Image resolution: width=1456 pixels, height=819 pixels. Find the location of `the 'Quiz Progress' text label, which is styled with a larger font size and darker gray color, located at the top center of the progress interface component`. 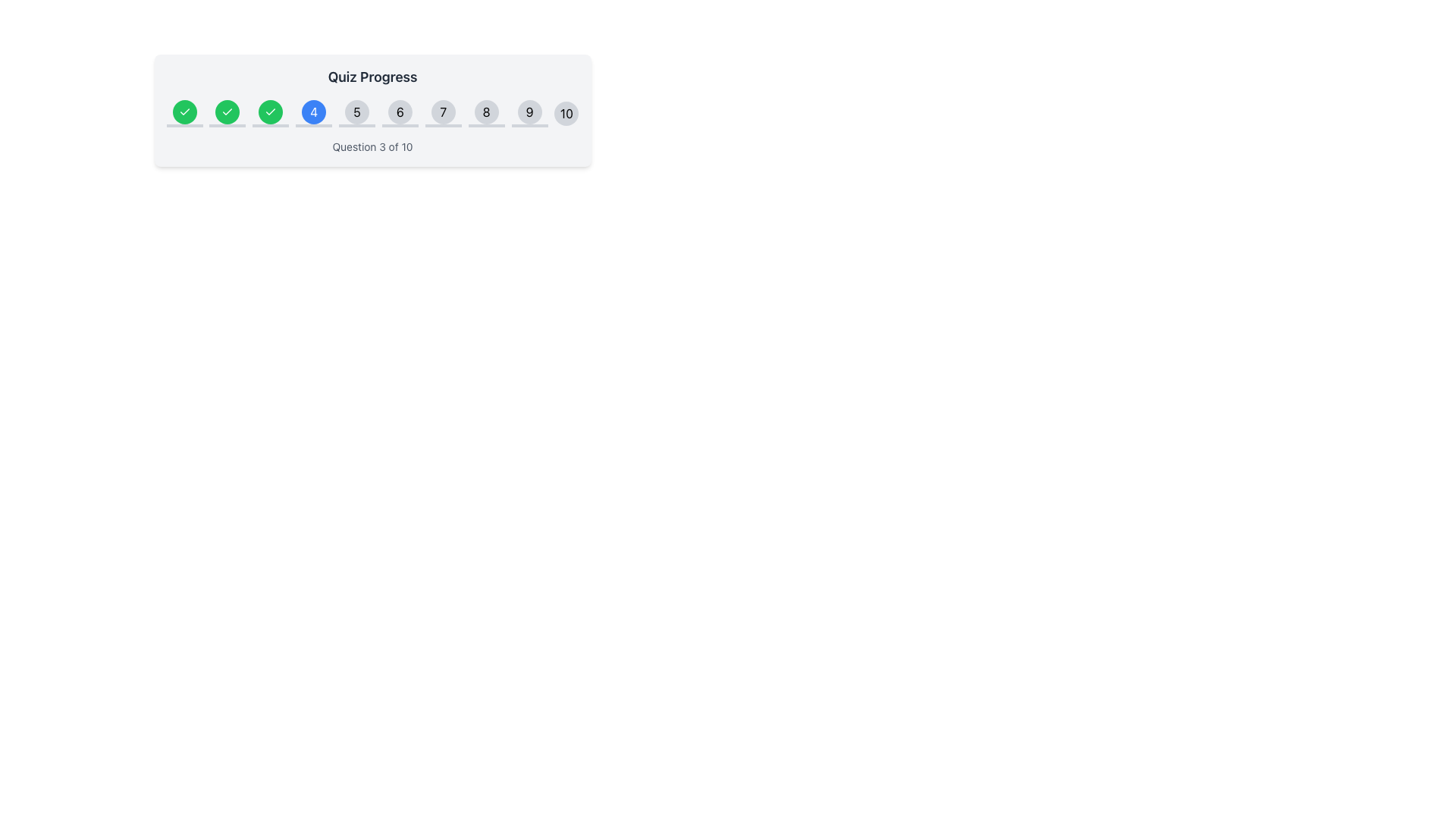

the 'Quiz Progress' text label, which is styled with a larger font size and darker gray color, located at the top center of the progress interface component is located at coordinates (372, 77).